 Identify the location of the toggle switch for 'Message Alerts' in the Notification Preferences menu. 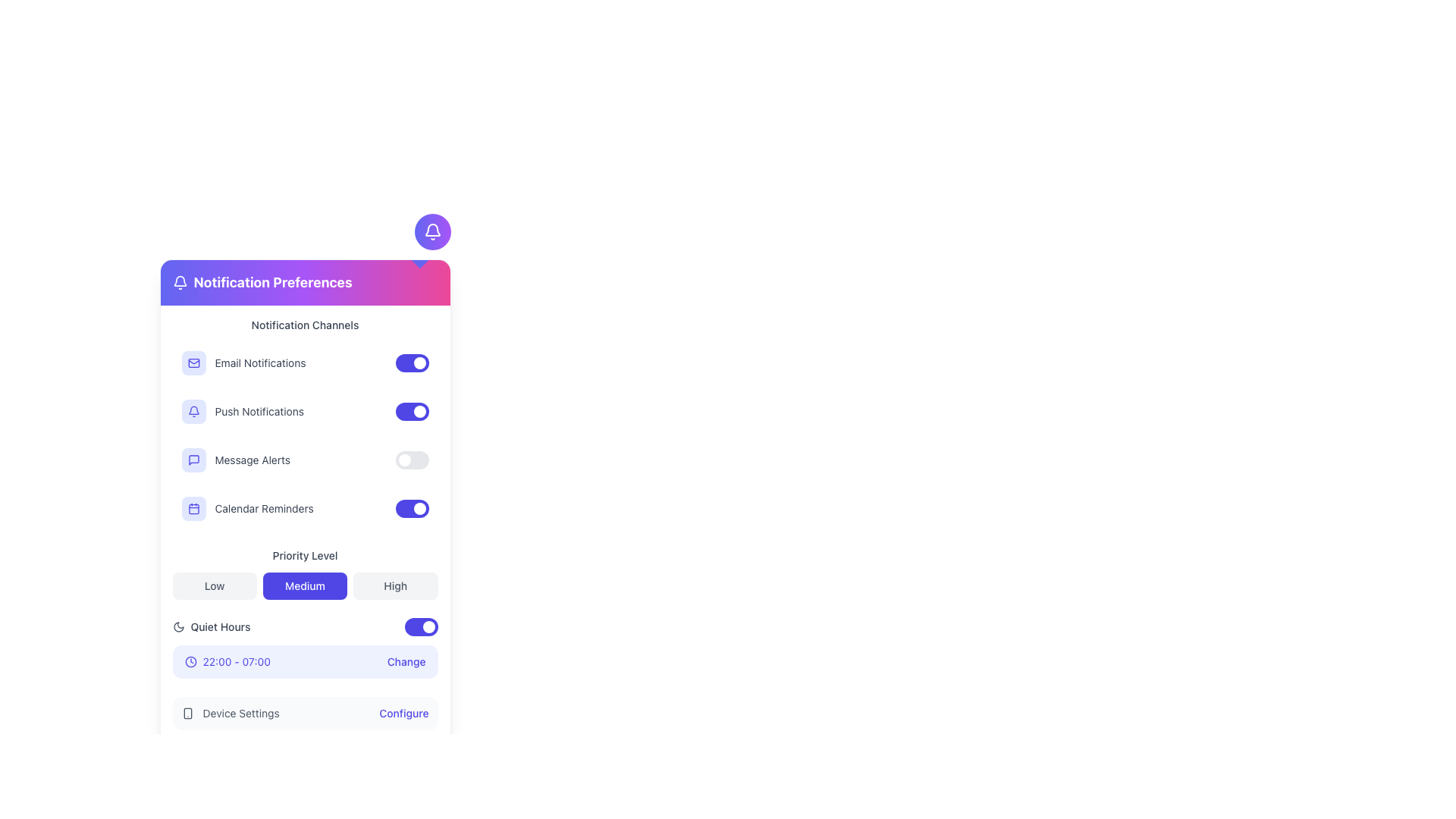
(412, 459).